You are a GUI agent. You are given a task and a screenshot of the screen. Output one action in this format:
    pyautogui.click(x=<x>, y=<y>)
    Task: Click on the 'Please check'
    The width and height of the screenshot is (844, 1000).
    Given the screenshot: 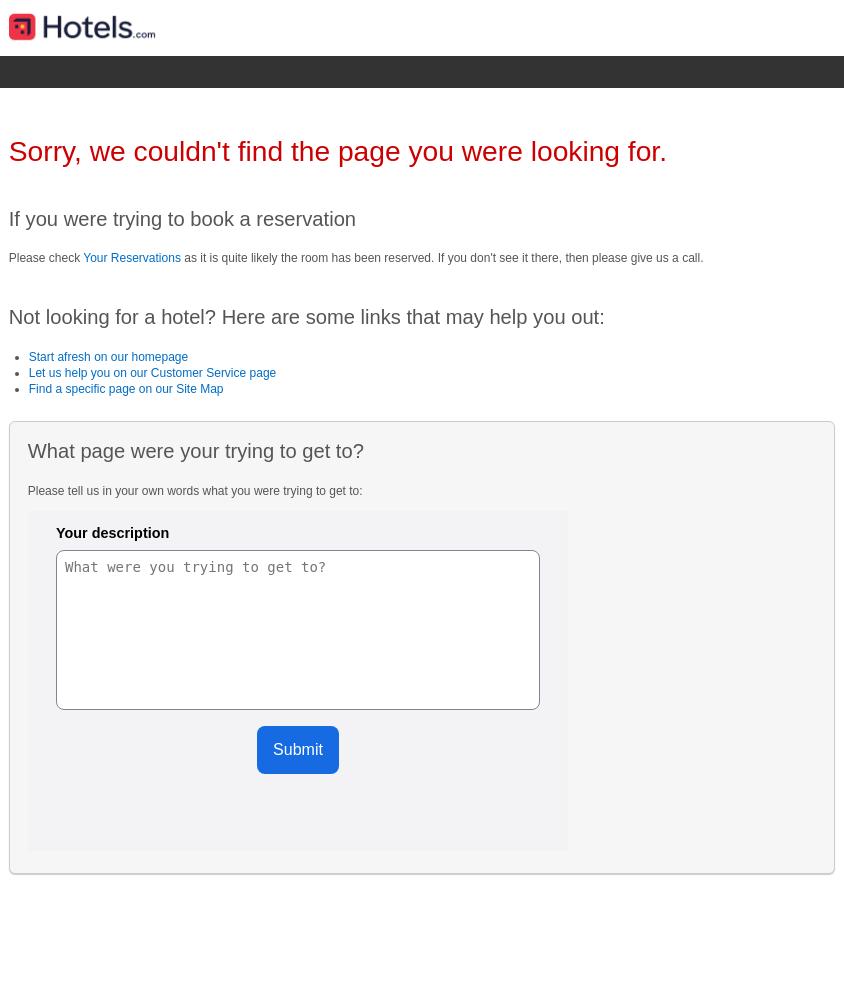 What is the action you would take?
    pyautogui.click(x=44, y=257)
    